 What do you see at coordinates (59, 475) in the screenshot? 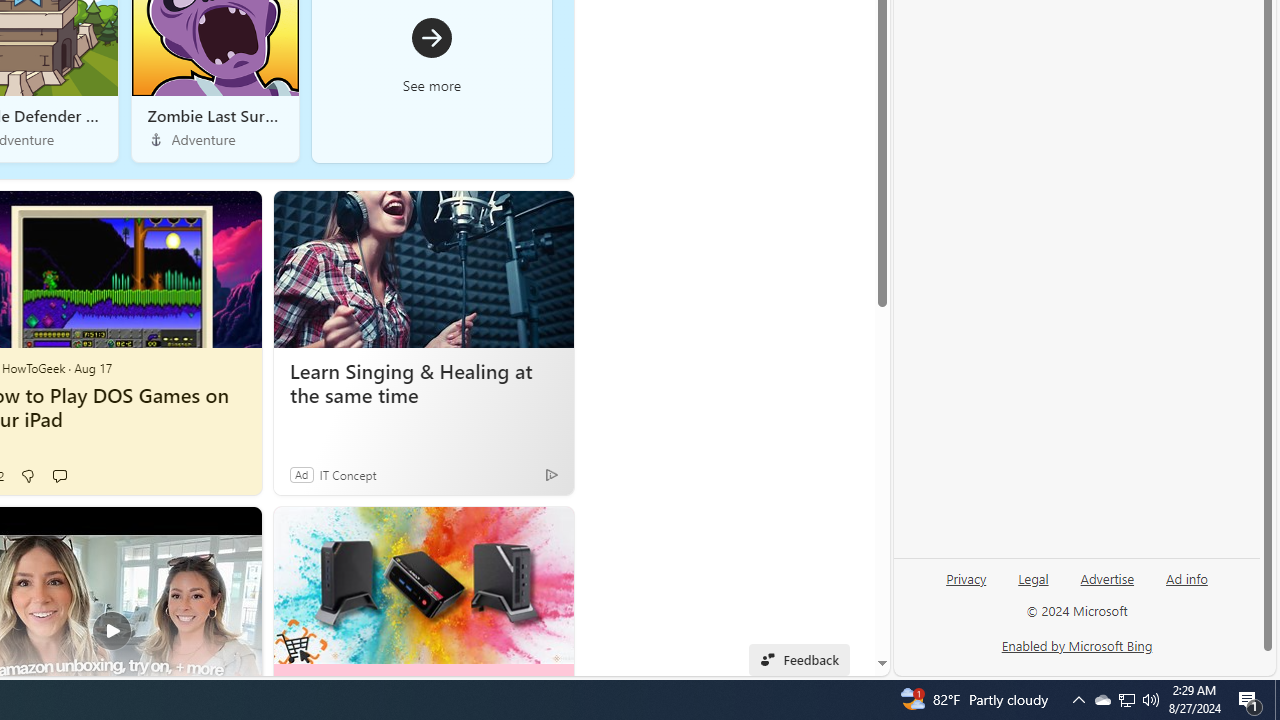
I see `'Start the conversation'` at bounding box center [59, 475].